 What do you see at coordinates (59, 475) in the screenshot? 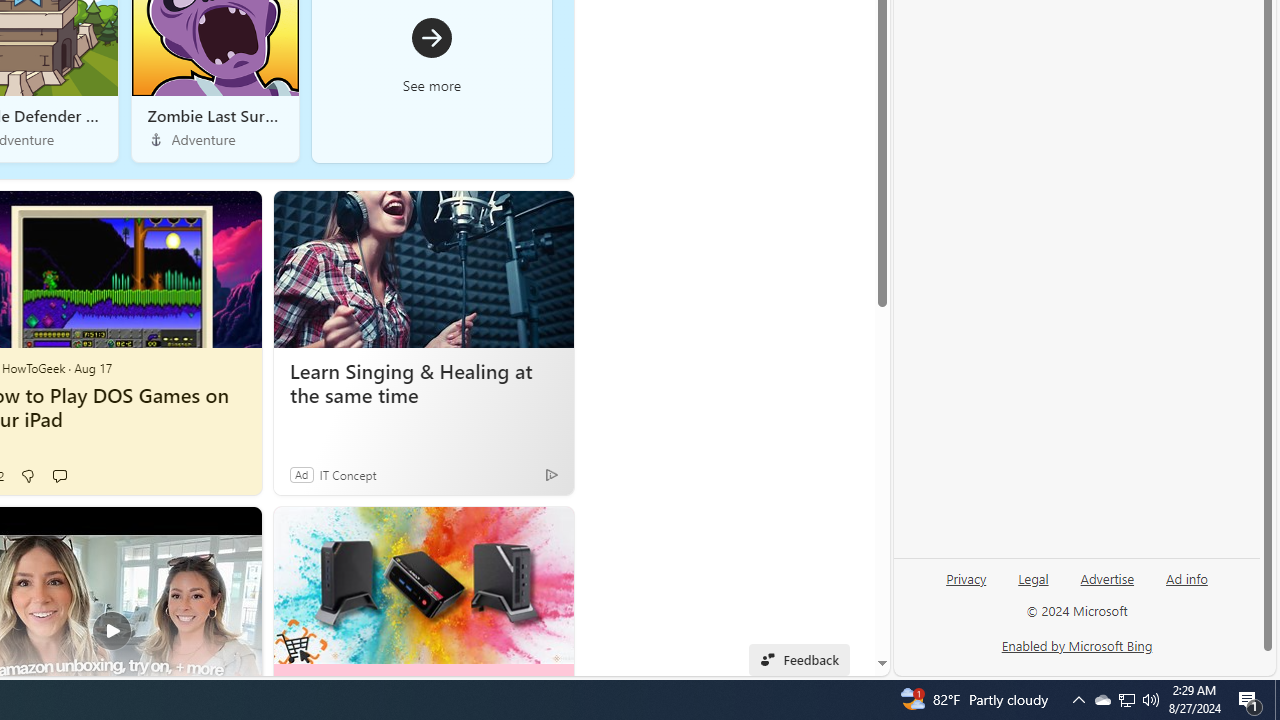
I see `'Start the conversation'` at bounding box center [59, 475].